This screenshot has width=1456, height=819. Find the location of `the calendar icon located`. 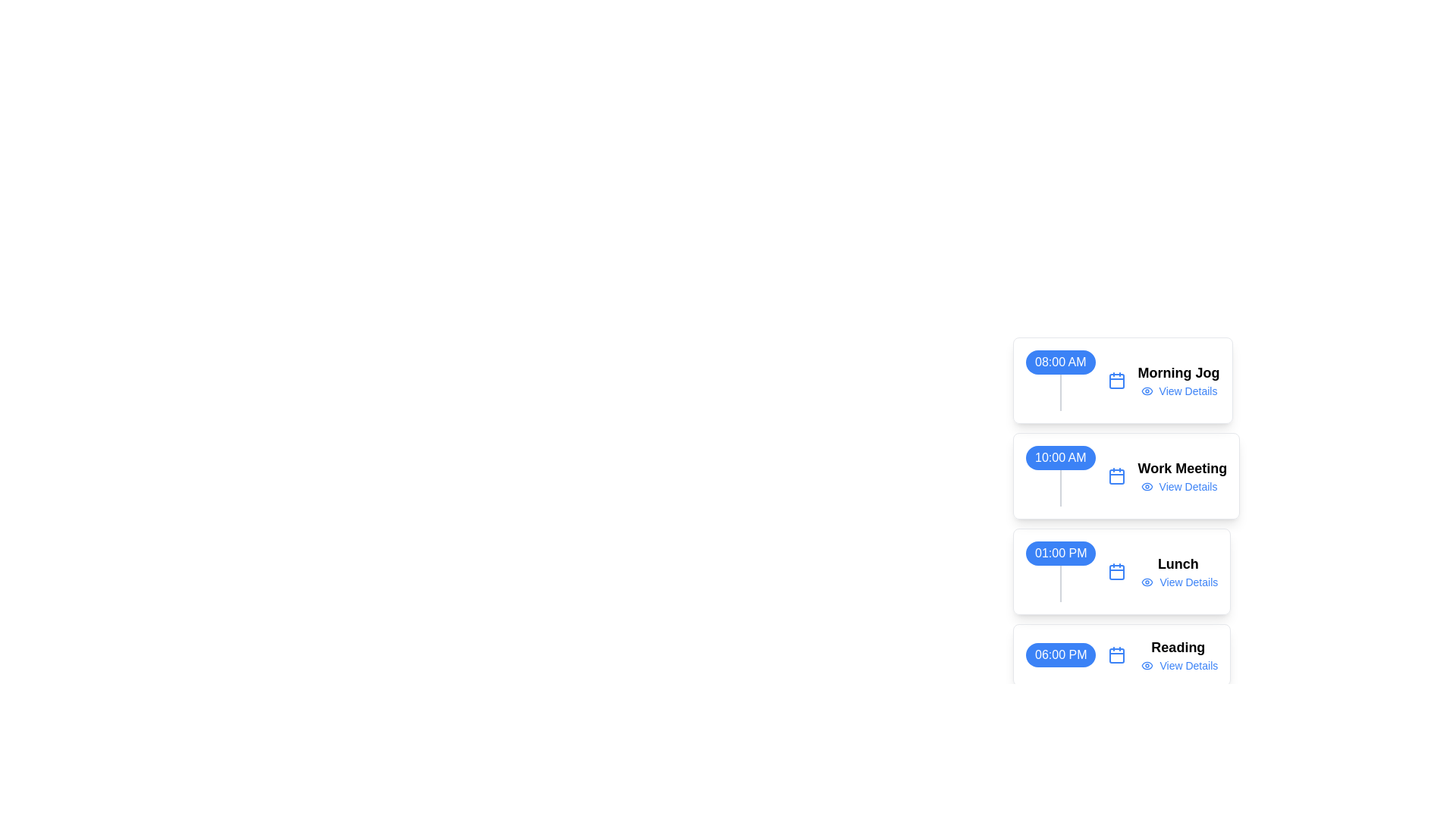

the calendar icon located is located at coordinates (1116, 379).